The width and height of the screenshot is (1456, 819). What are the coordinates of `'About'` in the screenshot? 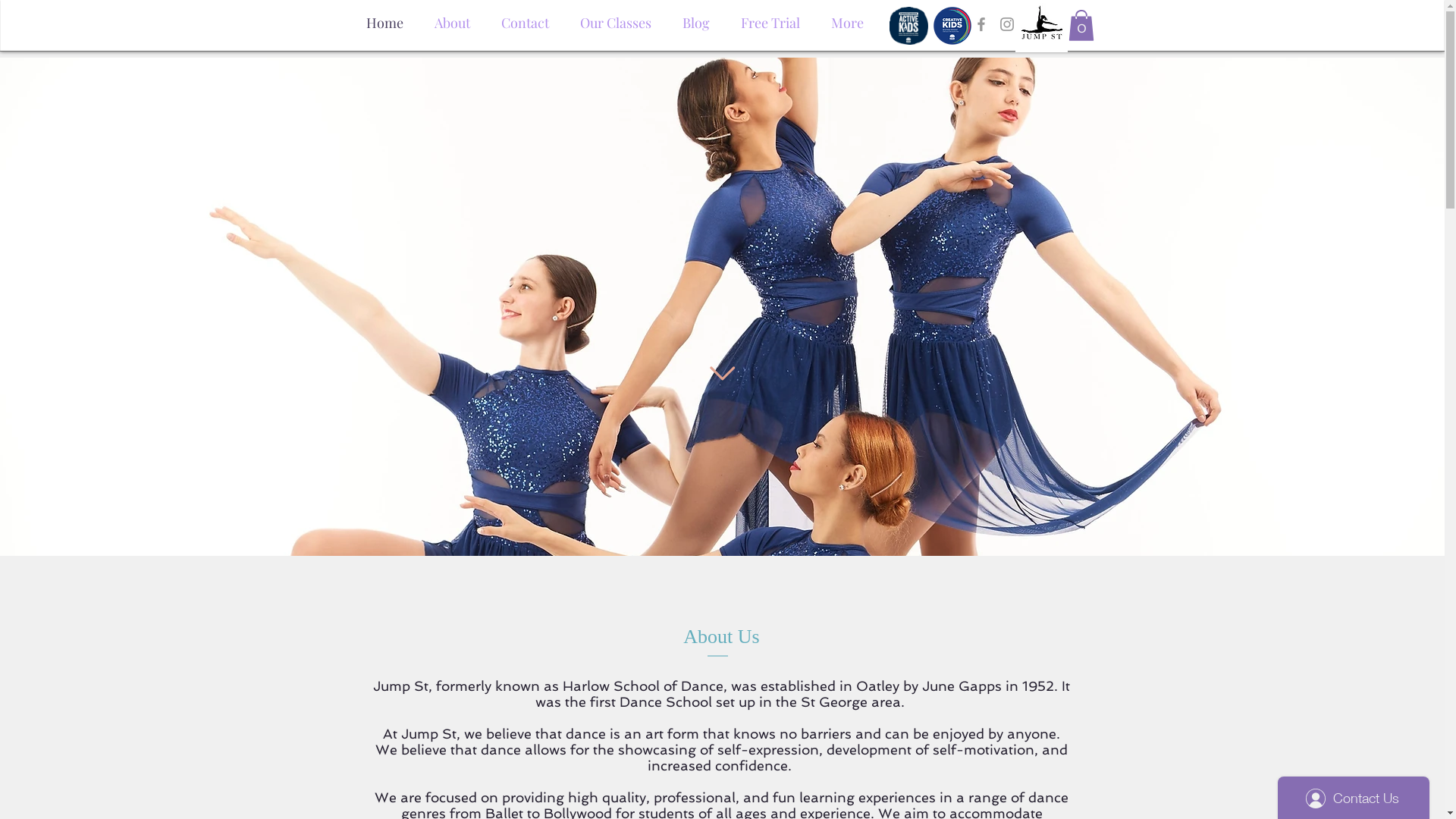 It's located at (419, 18).